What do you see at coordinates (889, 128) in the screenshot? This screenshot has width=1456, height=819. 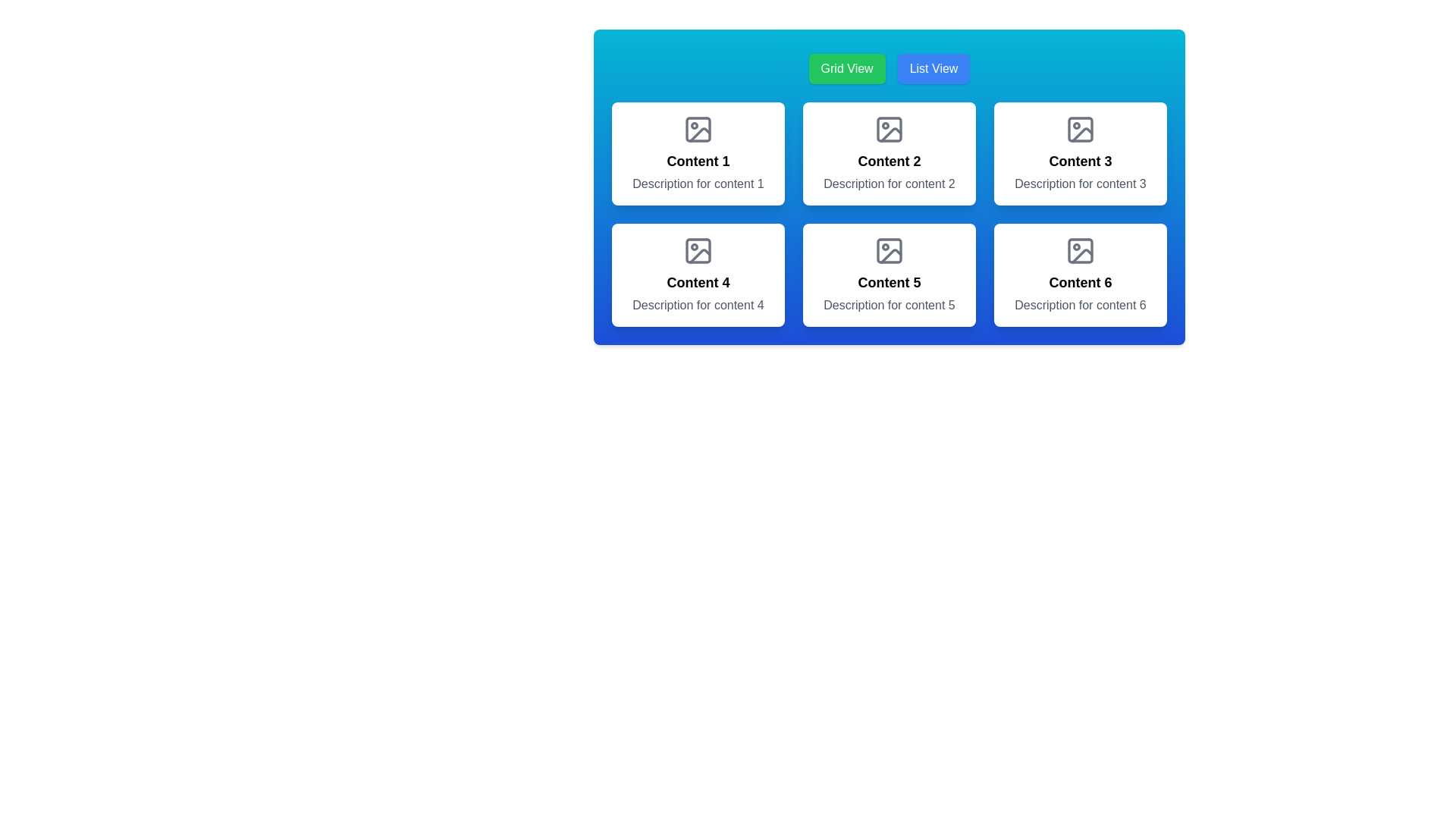 I see `the decorative icon located in the second column of the grid layout, above the text 'Content 2'` at bounding box center [889, 128].